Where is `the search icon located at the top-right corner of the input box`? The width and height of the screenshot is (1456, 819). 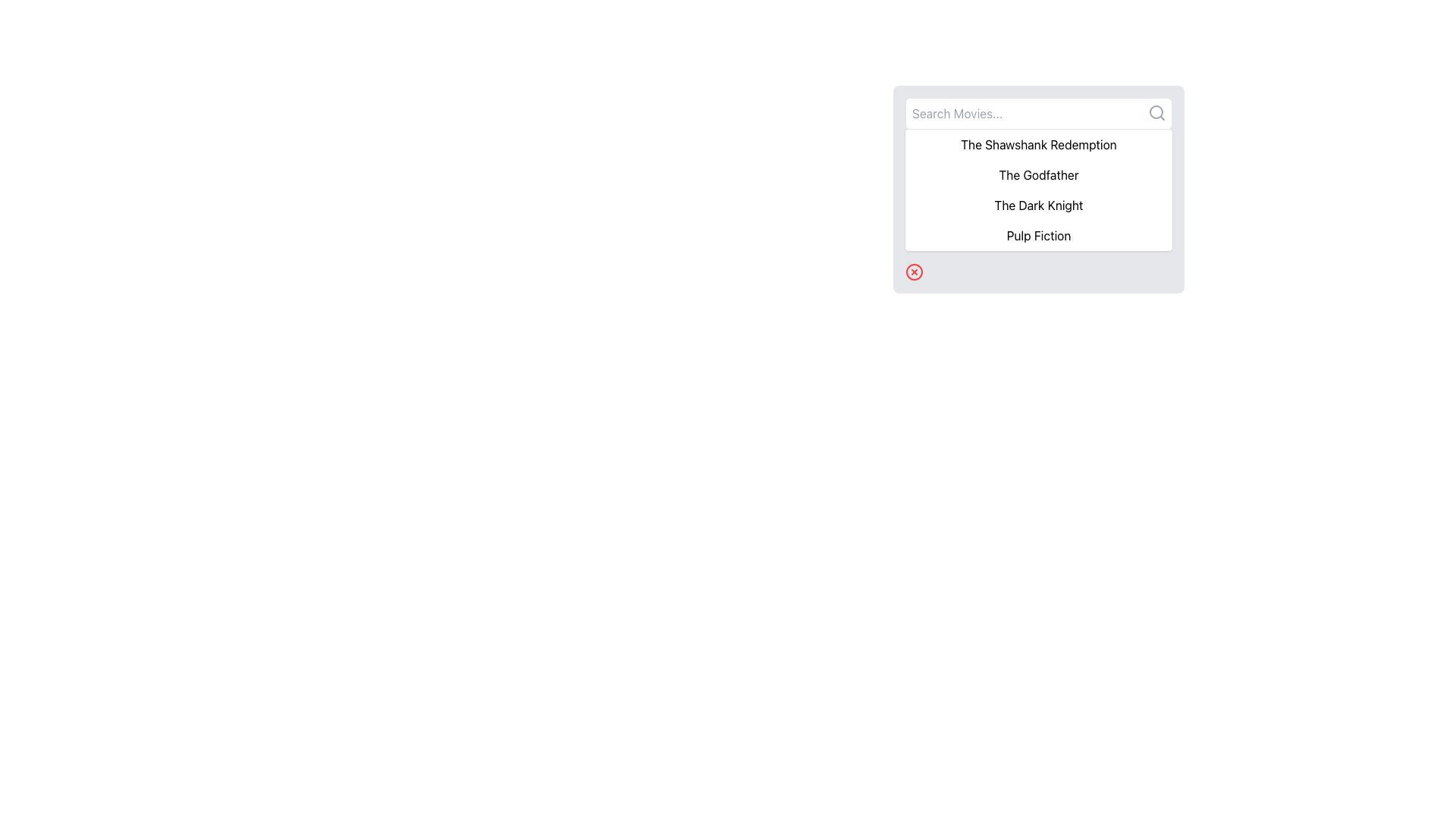
the search icon located at the top-right corner of the input box is located at coordinates (1156, 112).